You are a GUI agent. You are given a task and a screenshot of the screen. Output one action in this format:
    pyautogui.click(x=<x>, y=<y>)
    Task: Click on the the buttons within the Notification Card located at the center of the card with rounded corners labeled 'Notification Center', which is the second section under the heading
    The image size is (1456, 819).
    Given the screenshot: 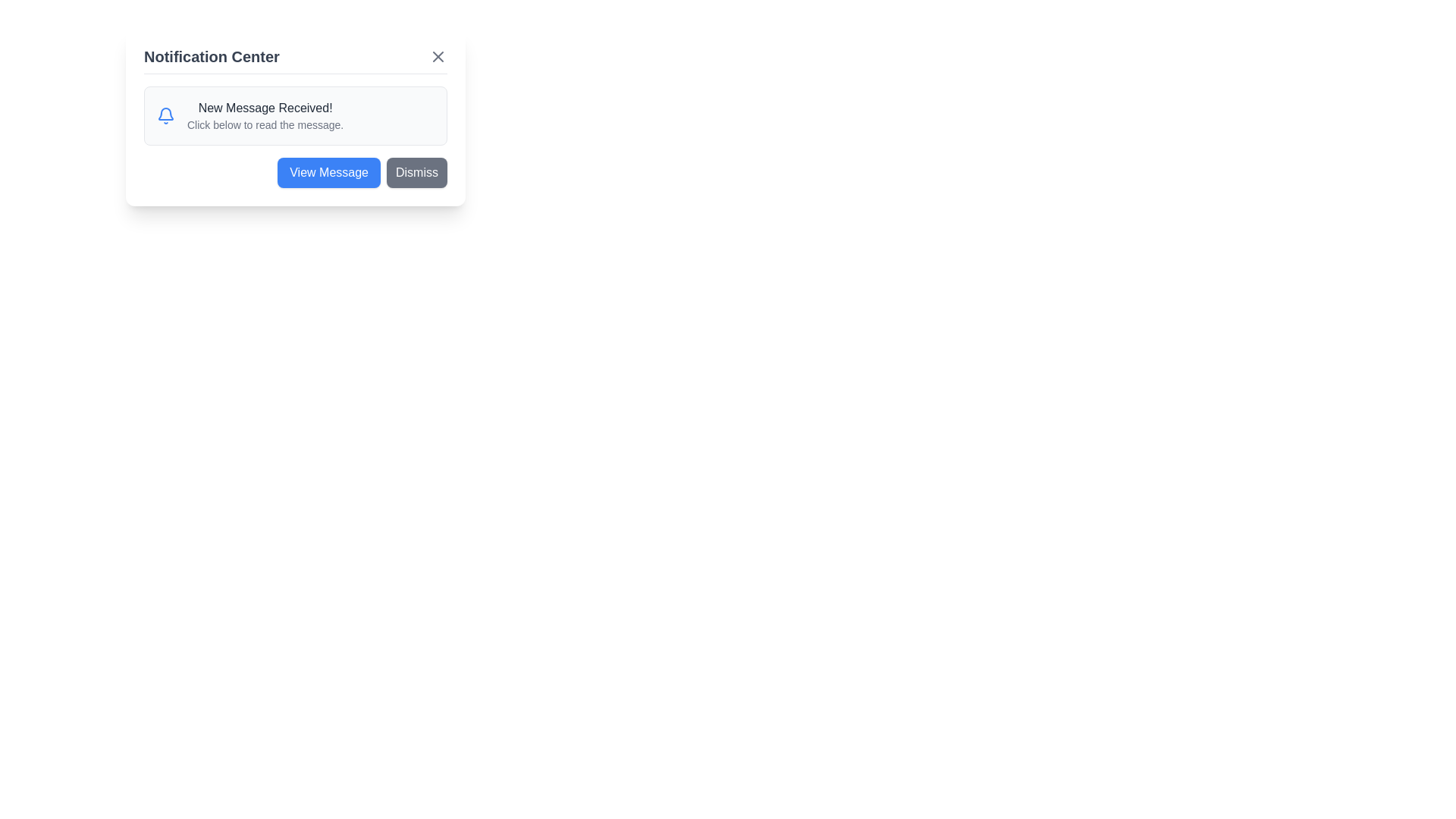 What is the action you would take?
    pyautogui.click(x=295, y=137)
    